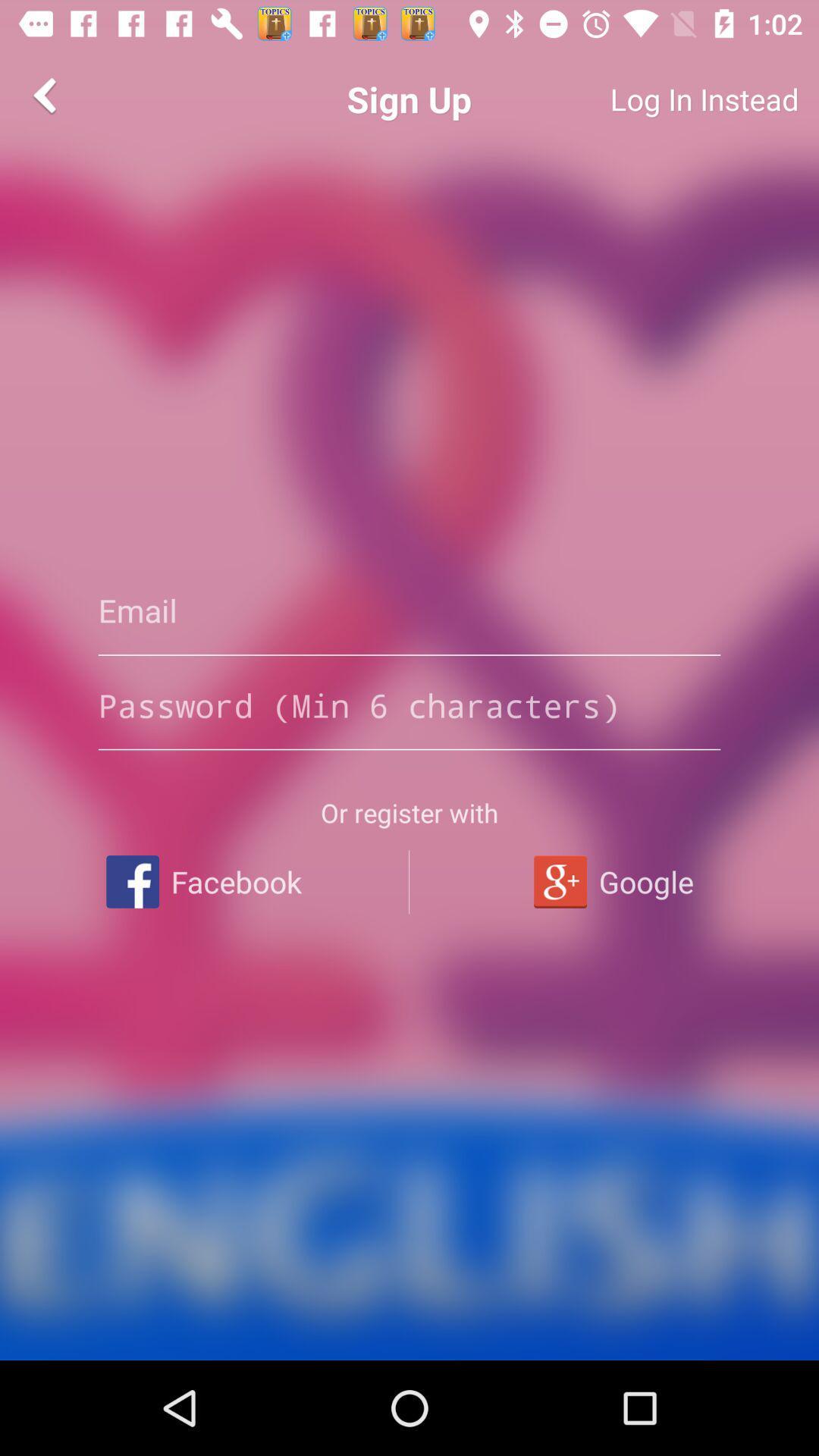  Describe the element at coordinates (46, 94) in the screenshot. I see `the arrow_backward icon` at that location.